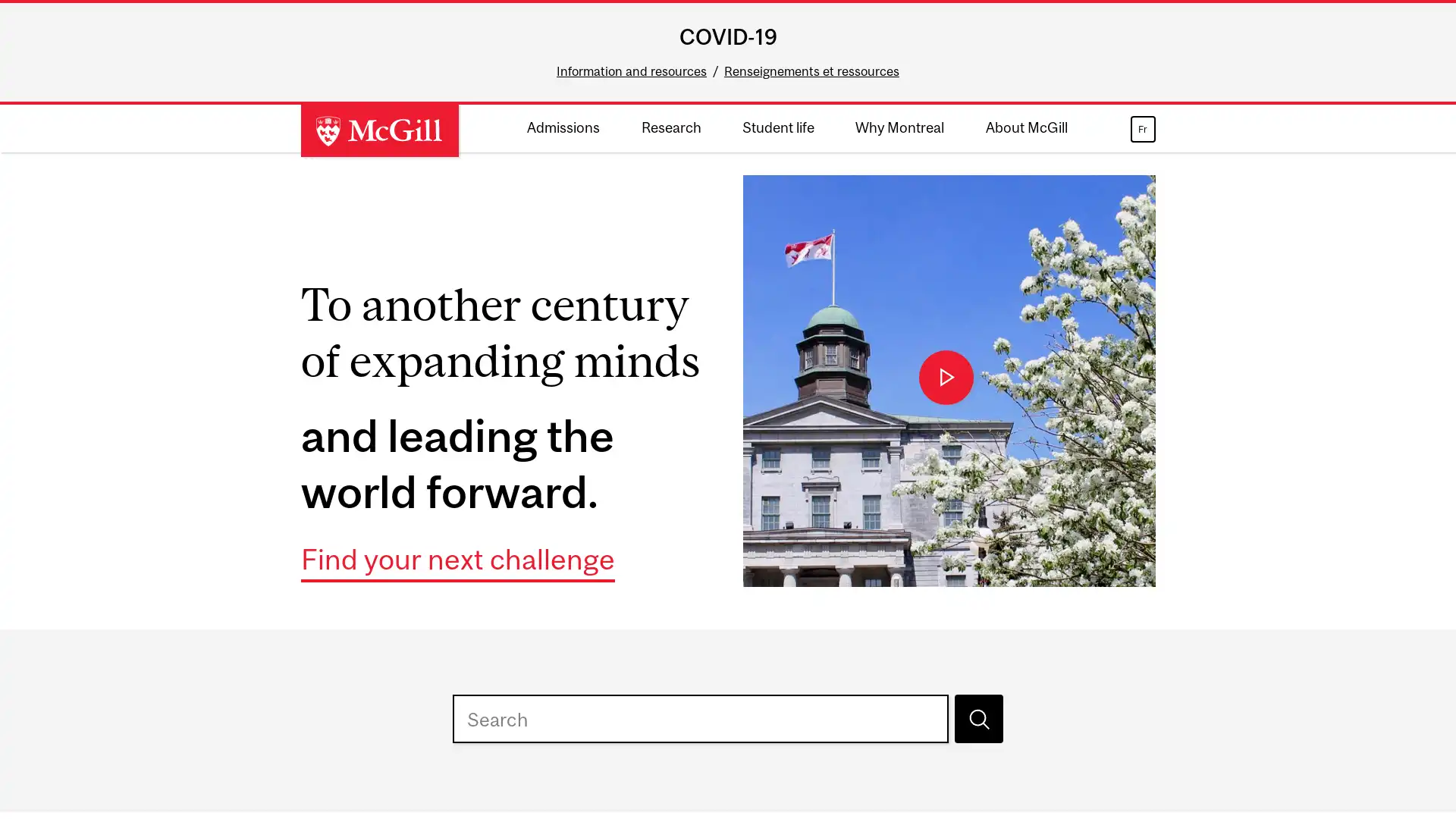  Describe the element at coordinates (778, 127) in the screenshot. I see `Student life` at that location.